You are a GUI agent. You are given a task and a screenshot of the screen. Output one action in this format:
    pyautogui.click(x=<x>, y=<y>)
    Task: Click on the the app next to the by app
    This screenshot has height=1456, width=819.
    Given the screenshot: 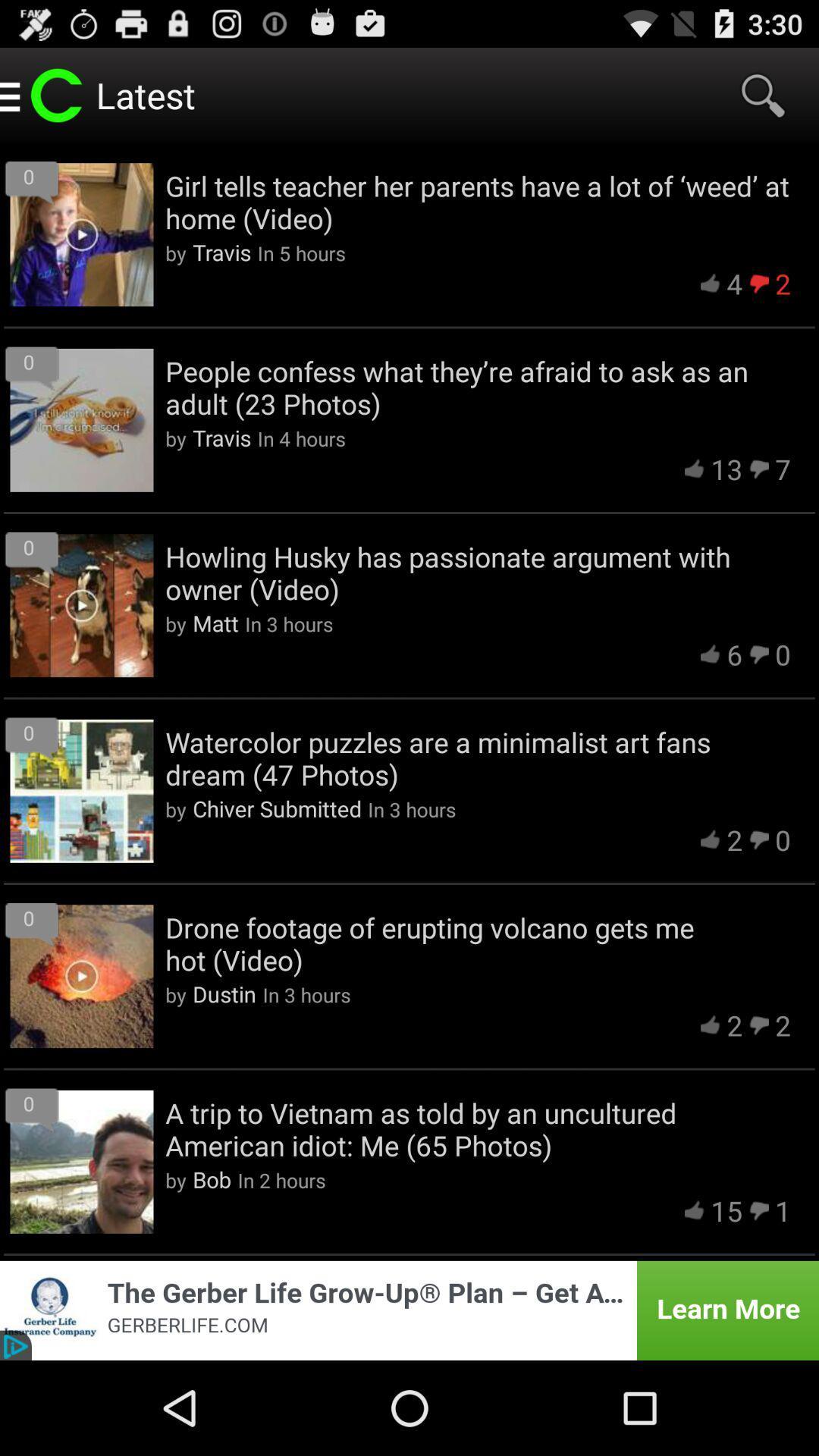 What is the action you would take?
    pyautogui.click(x=277, y=808)
    